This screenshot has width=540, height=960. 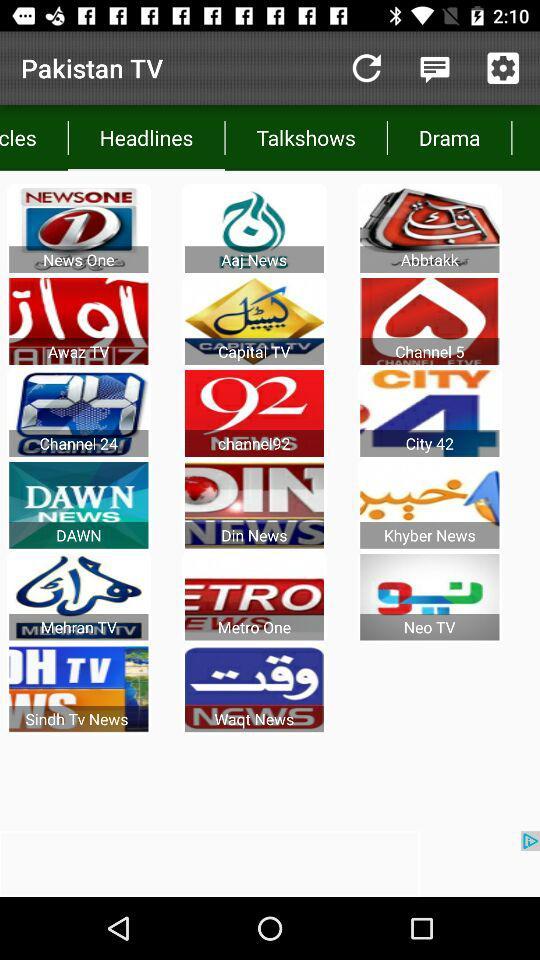 What do you see at coordinates (145, 136) in the screenshot?
I see `icon next to articles` at bounding box center [145, 136].